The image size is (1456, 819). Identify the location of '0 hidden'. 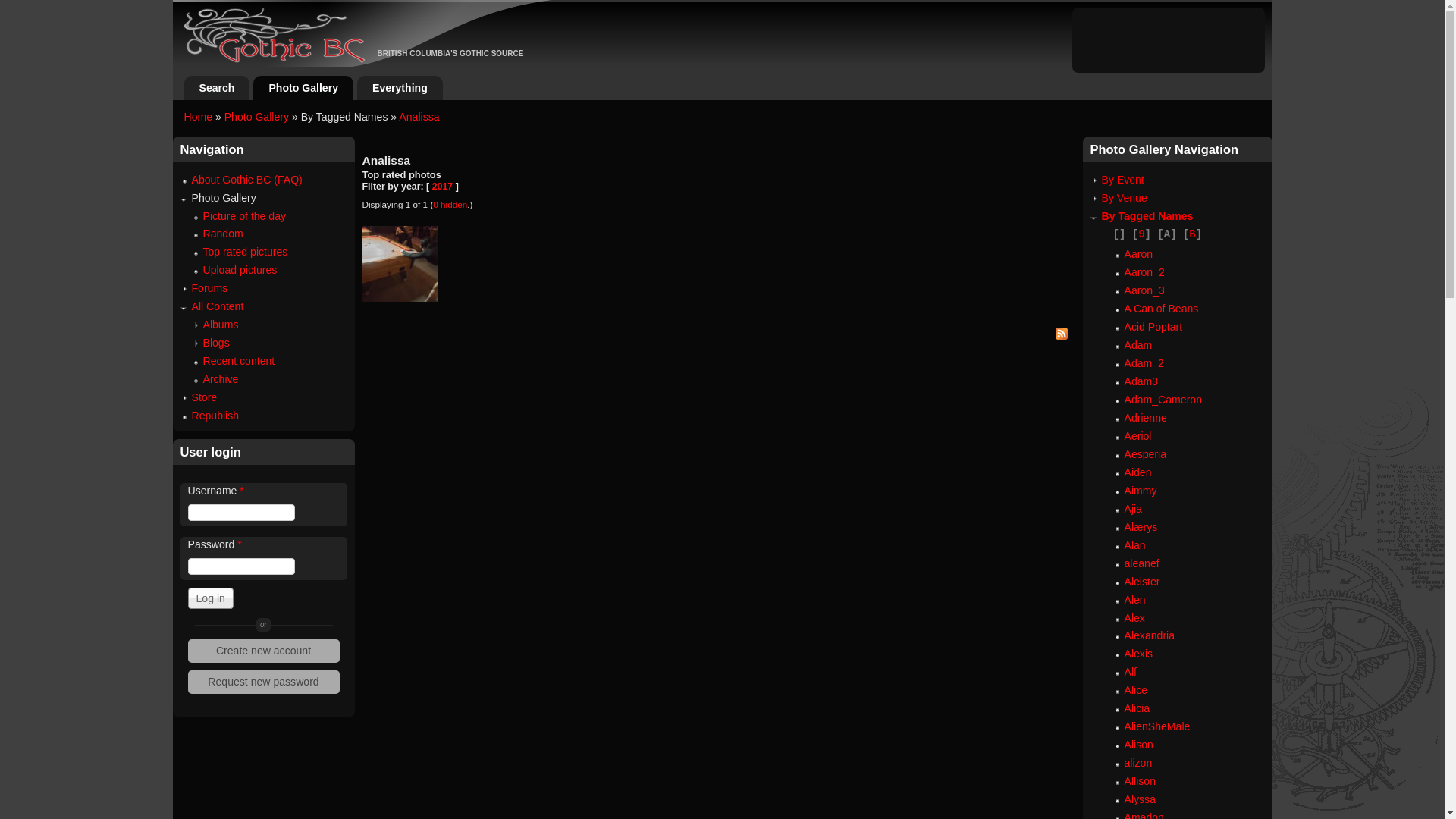
(449, 203).